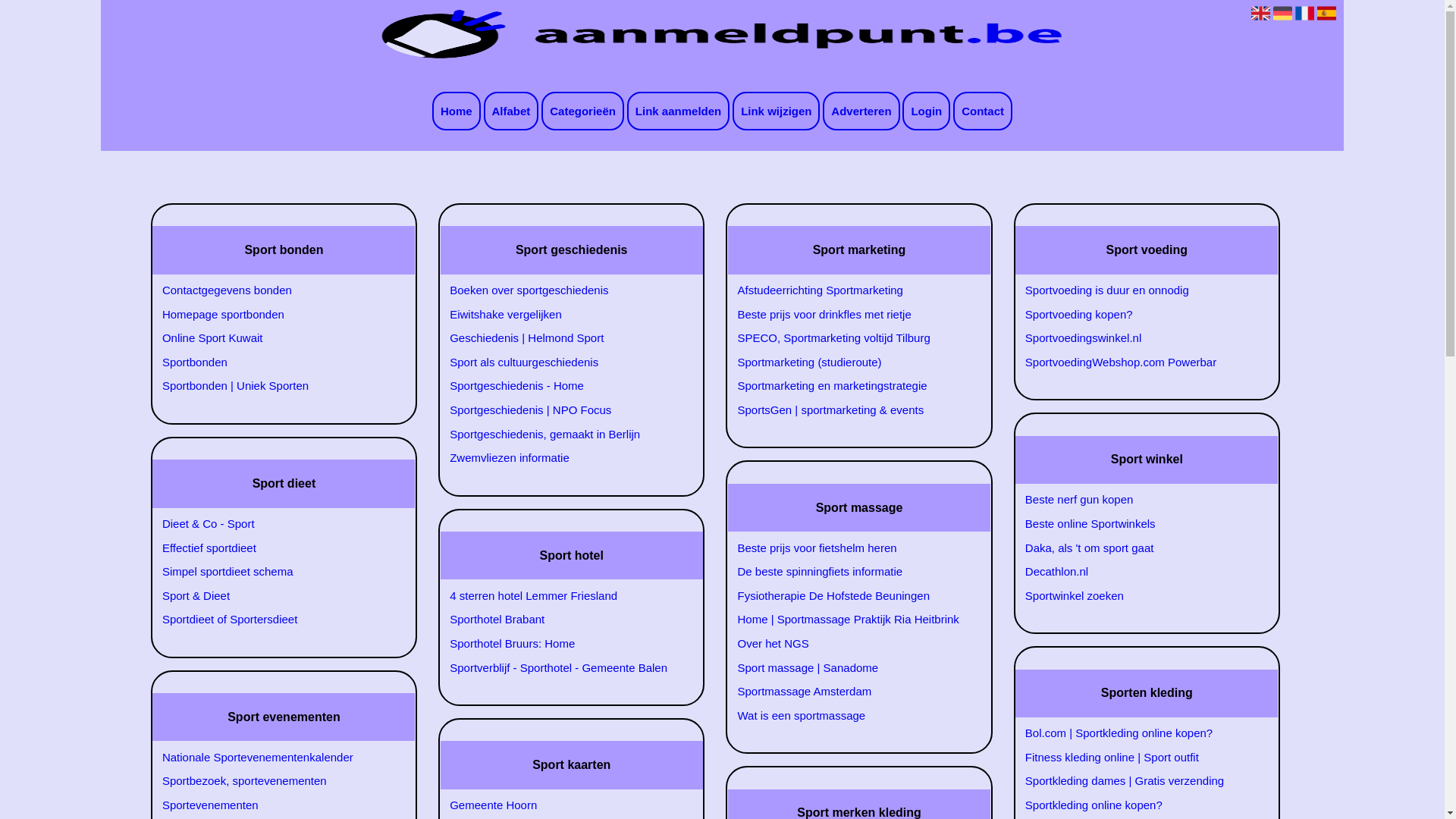  I want to click on 'Sportgeschiedenis, gemaakt in Berlijn', so click(441, 435).